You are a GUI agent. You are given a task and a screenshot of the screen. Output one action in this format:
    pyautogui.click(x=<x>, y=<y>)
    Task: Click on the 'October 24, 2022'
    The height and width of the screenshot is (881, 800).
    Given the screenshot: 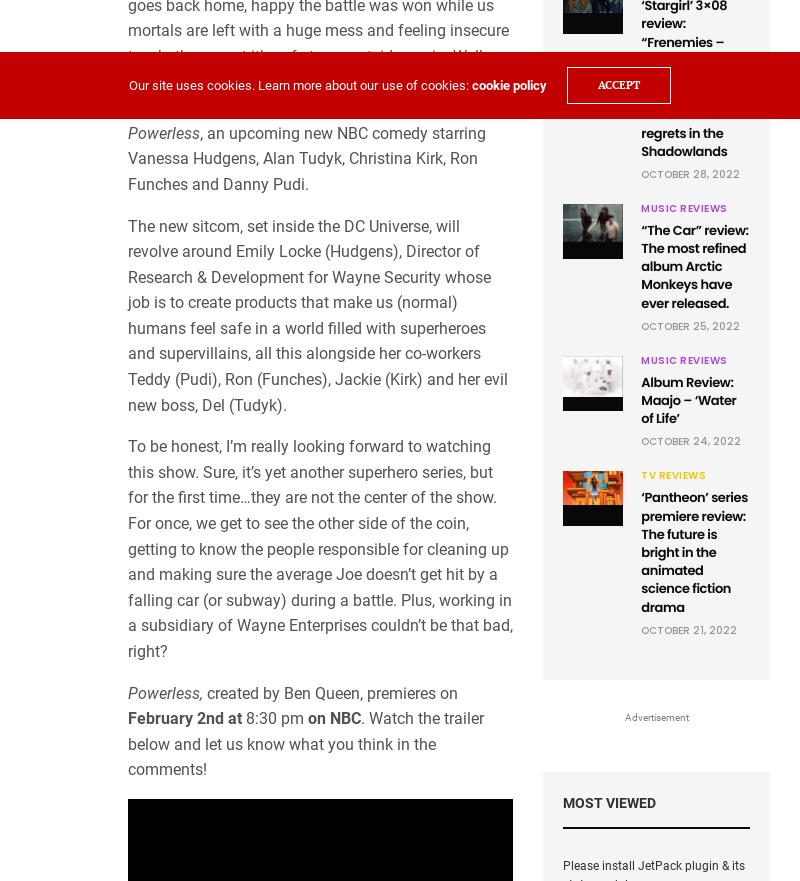 What is the action you would take?
    pyautogui.click(x=691, y=440)
    